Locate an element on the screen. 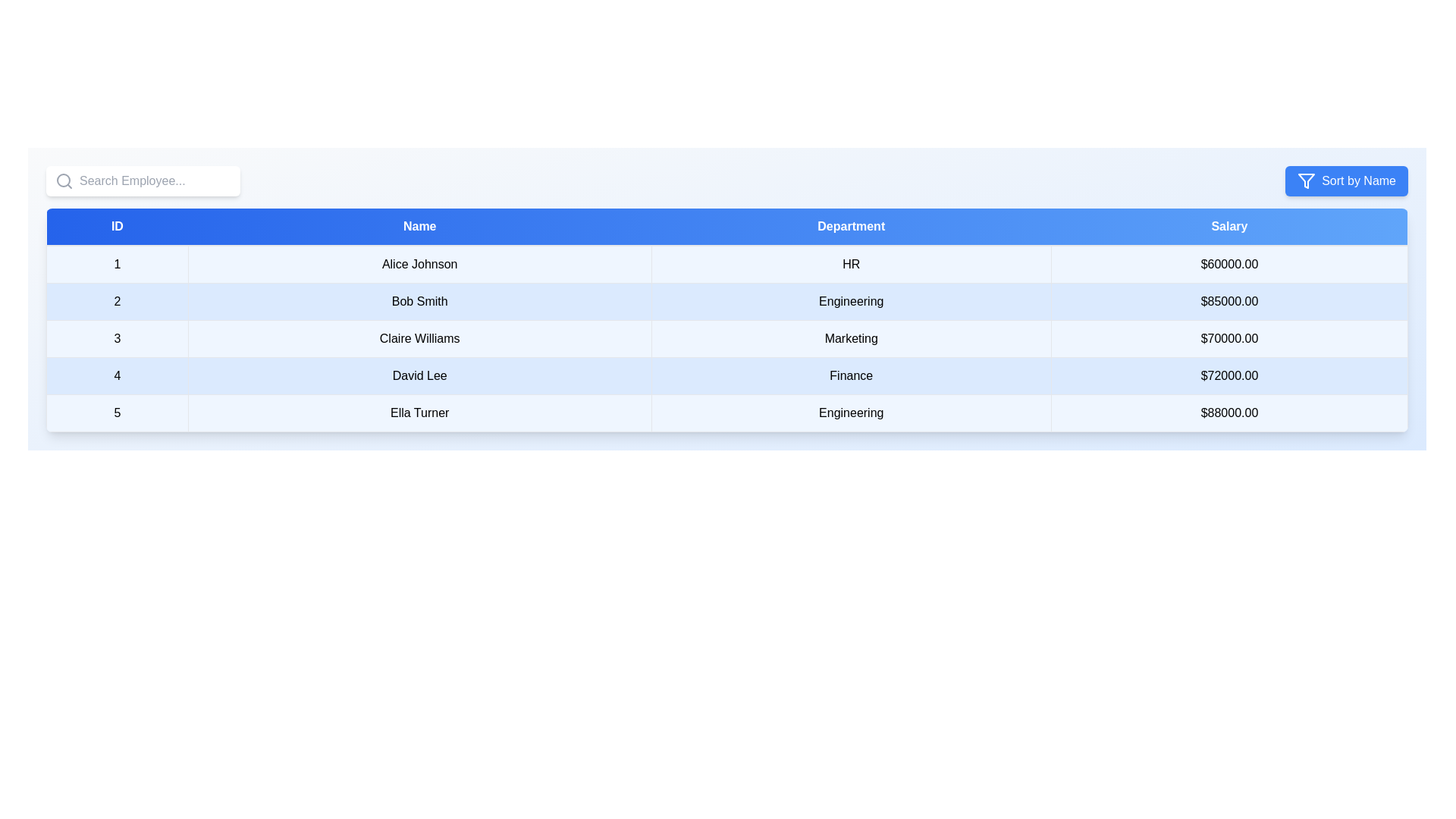 Image resolution: width=1456 pixels, height=819 pixels. the table cell displaying 'Finance' in black, which is the third column of the fourth row under the 'Department' column is located at coordinates (851, 375).